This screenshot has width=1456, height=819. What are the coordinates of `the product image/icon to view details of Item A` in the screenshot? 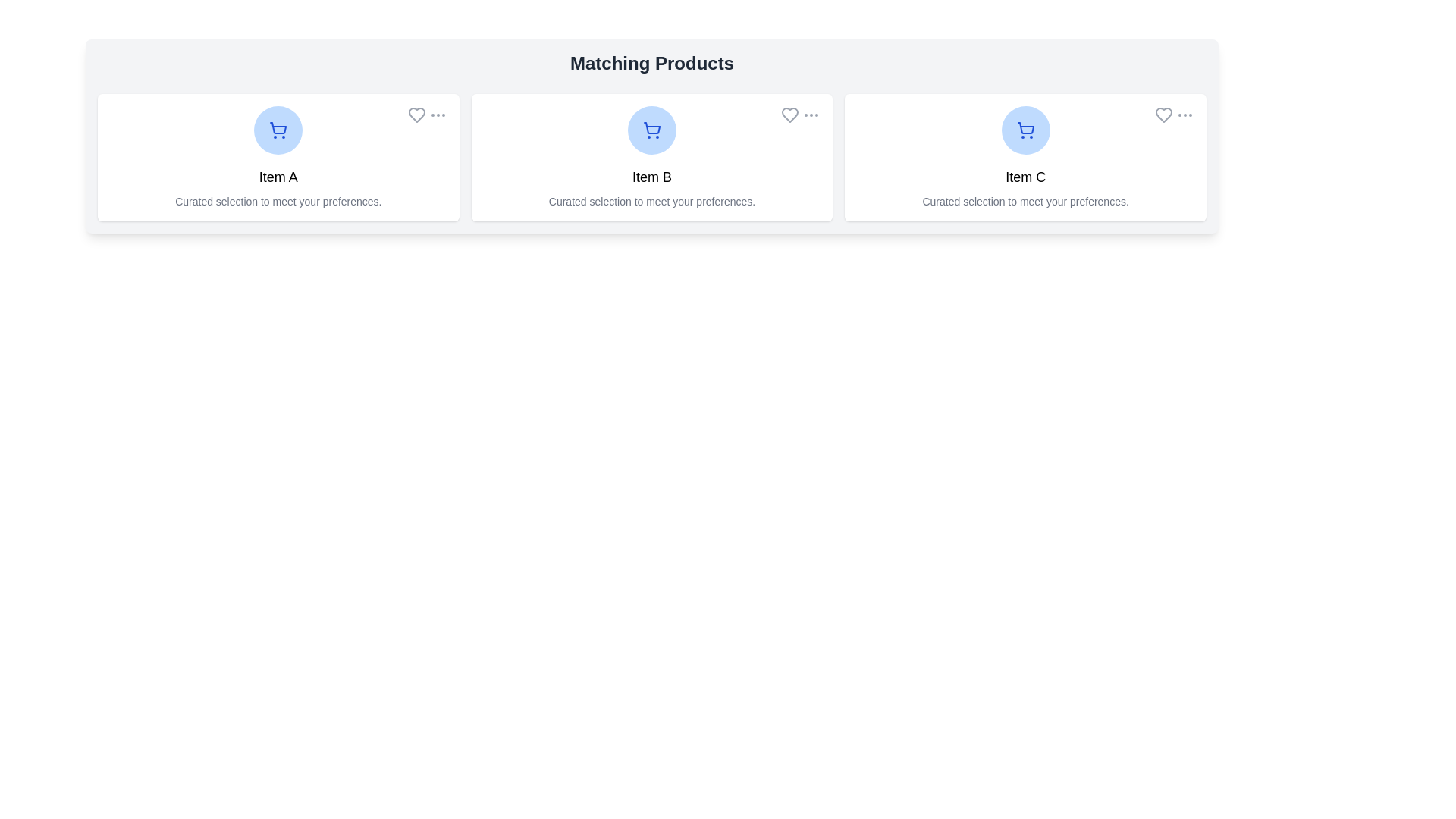 It's located at (278, 130).